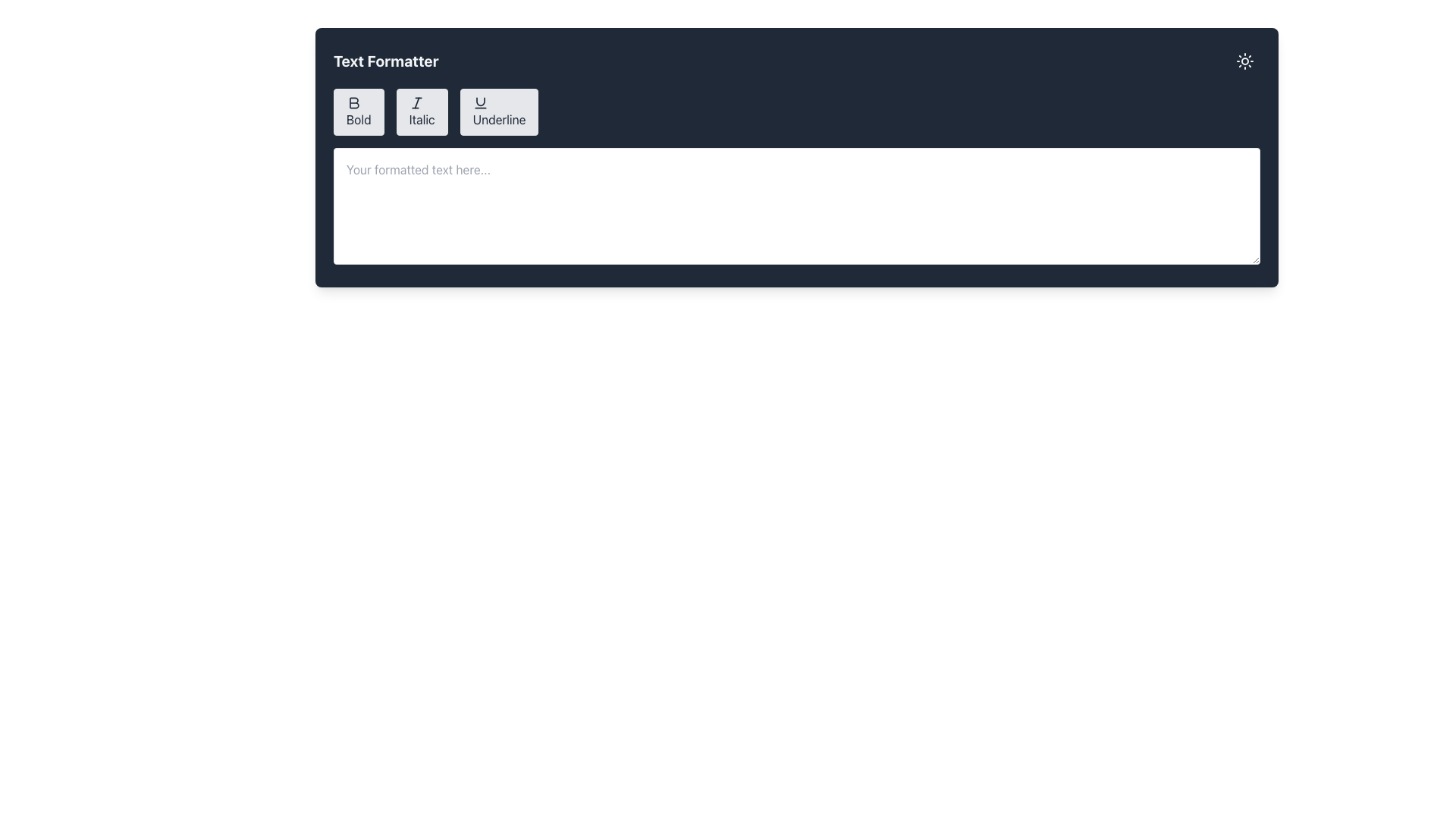  Describe the element at coordinates (1244, 61) in the screenshot. I see `the button in the top-right corner of the 'Text Formatter' section` at that location.